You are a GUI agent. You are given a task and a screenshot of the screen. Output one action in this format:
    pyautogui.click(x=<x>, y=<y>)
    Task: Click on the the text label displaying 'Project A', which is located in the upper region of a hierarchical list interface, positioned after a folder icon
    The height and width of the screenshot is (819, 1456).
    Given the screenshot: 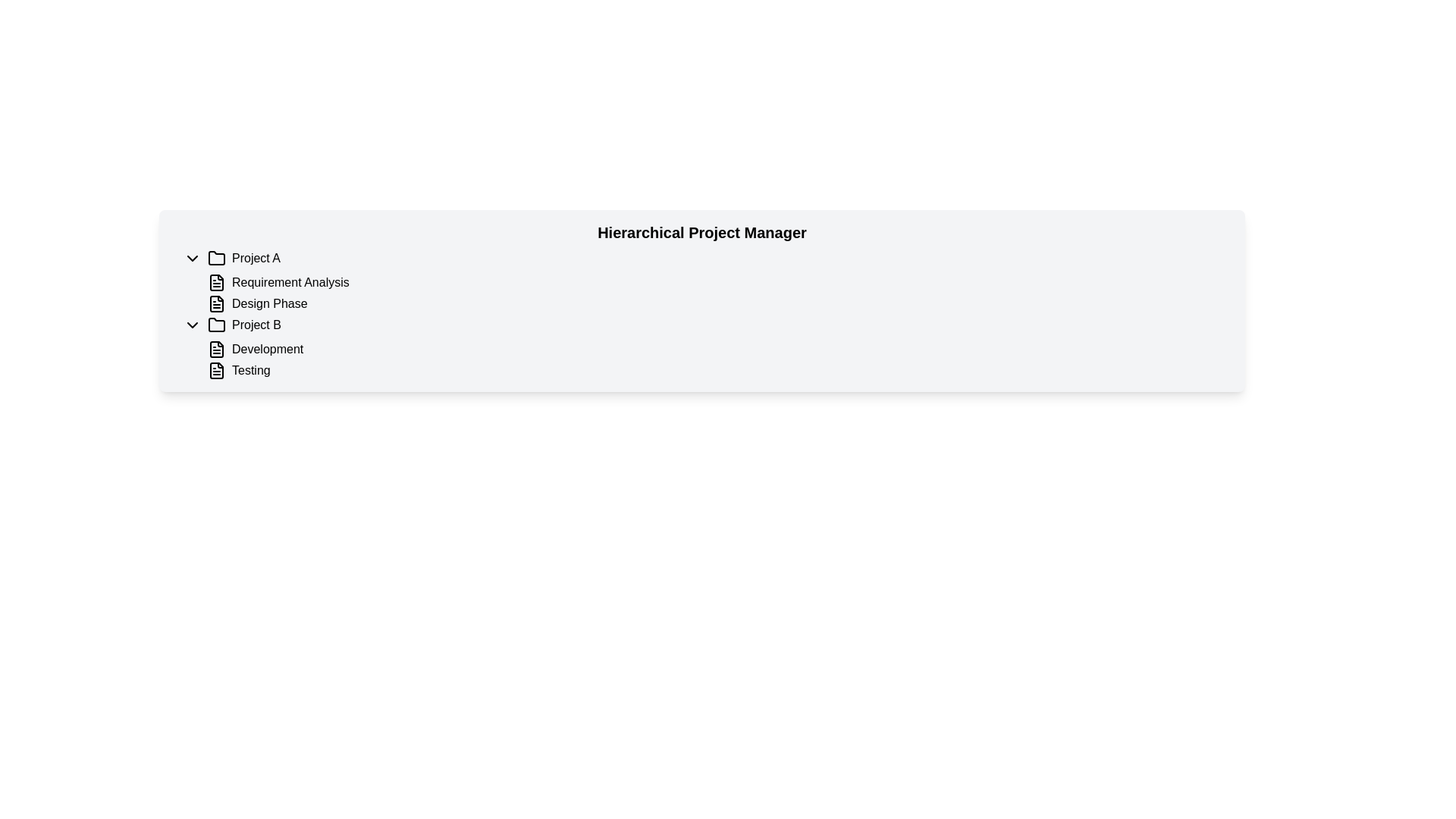 What is the action you would take?
    pyautogui.click(x=256, y=257)
    